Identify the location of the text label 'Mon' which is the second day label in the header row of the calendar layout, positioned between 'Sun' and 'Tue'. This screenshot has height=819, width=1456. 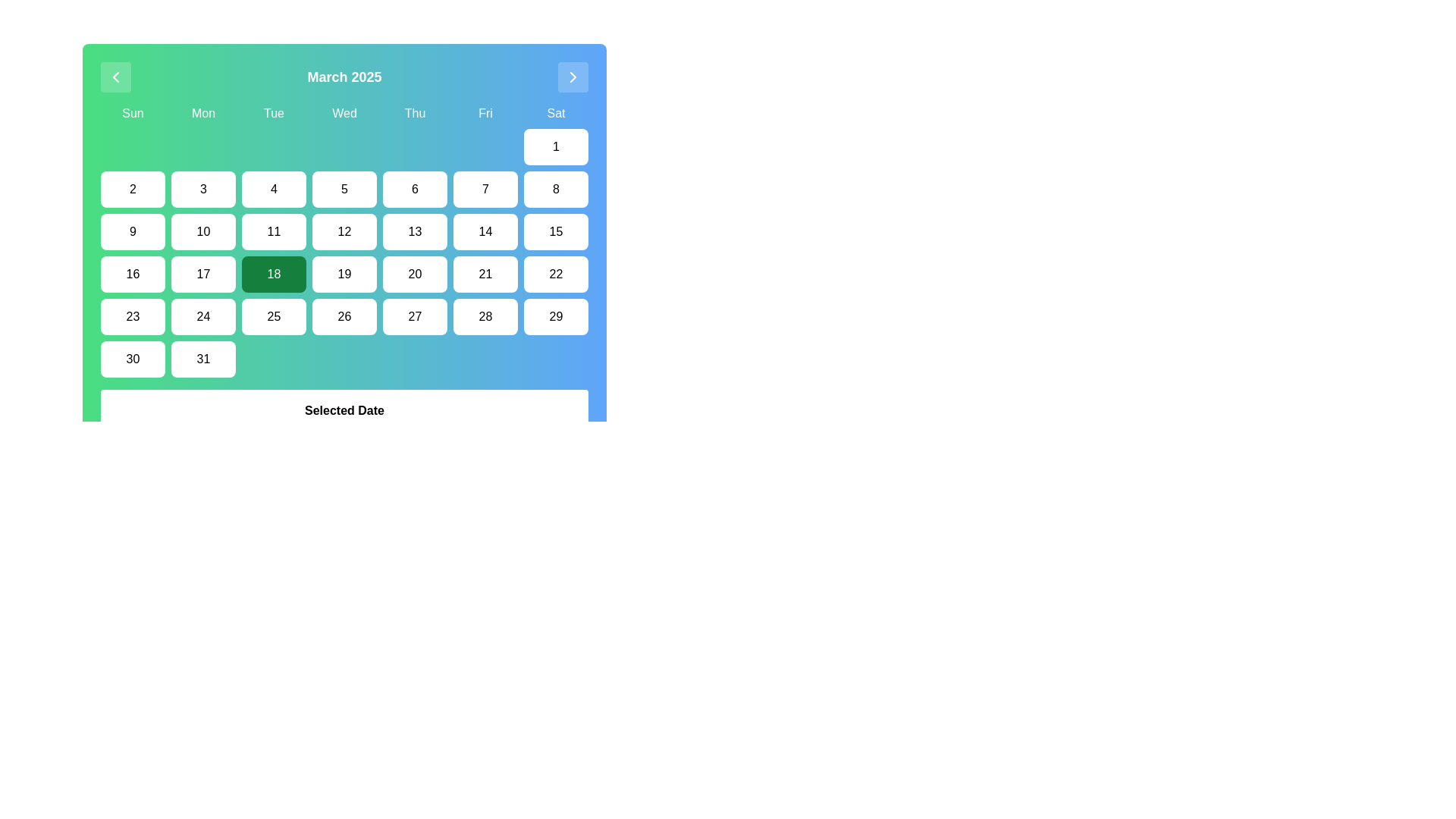
(202, 113).